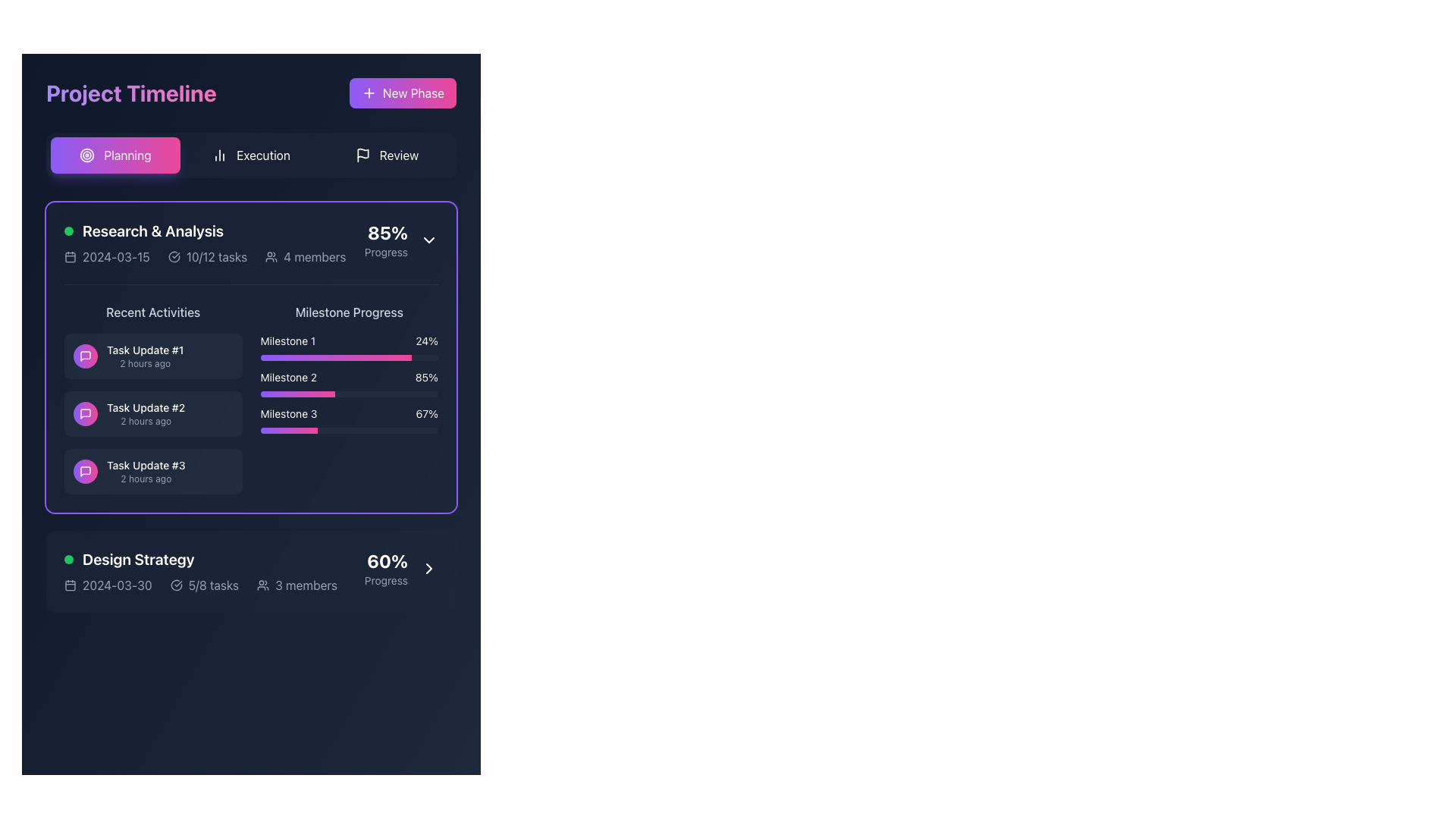 This screenshot has width=1456, height=819. I want to click on information displayed in the second recent task update activity text block located in the 'Recent Activities' section on the left side of the 'Research & Analysis' card, so click(153, 397).